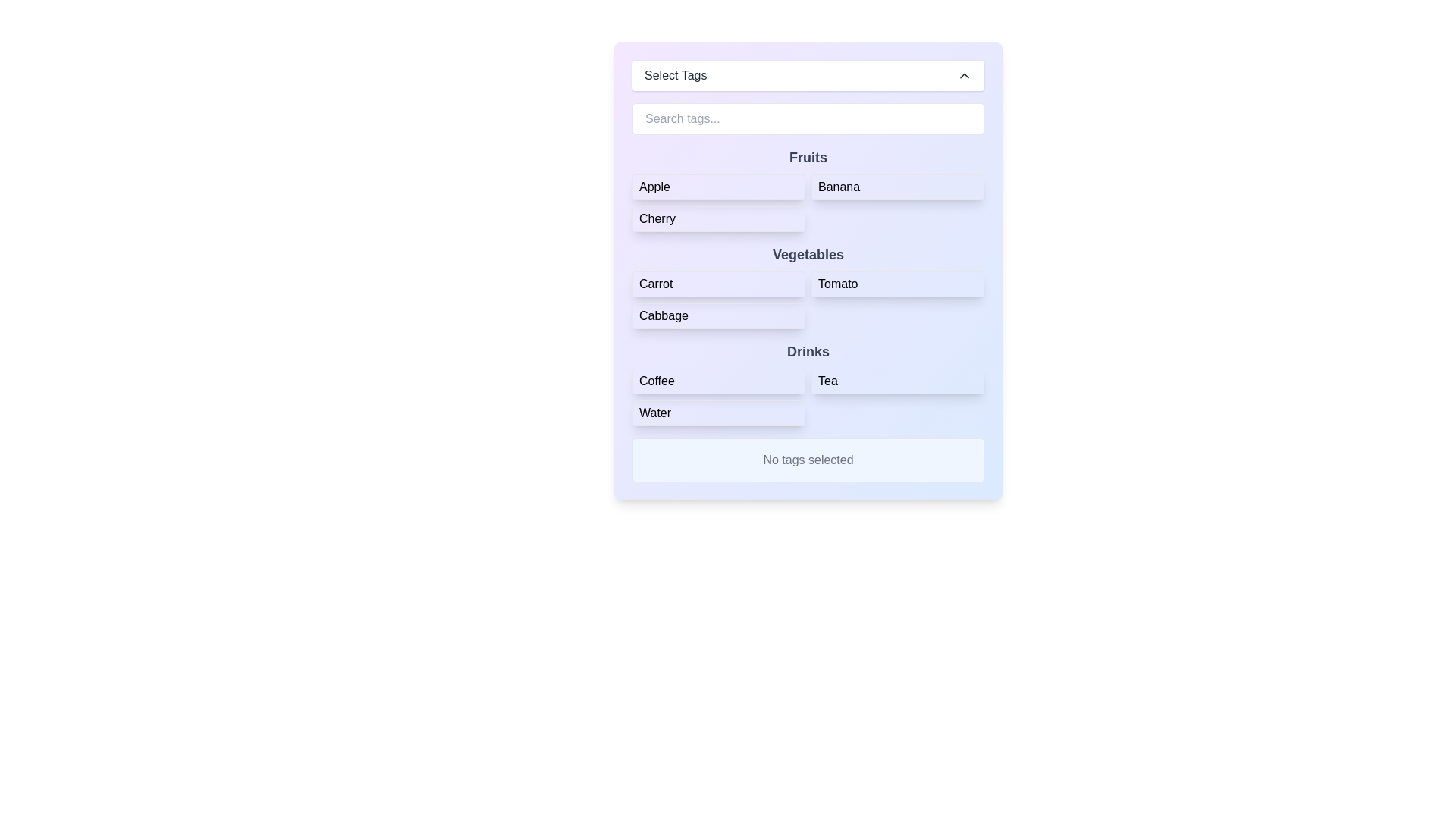 The height and width of the screenshot is (819, 1456). Describe the element at coordinates (718, 413) in the screenshot. I see `the 'Water' button, which is a rectangular button with rounded corners located in the 'Drinks' section` at that location.